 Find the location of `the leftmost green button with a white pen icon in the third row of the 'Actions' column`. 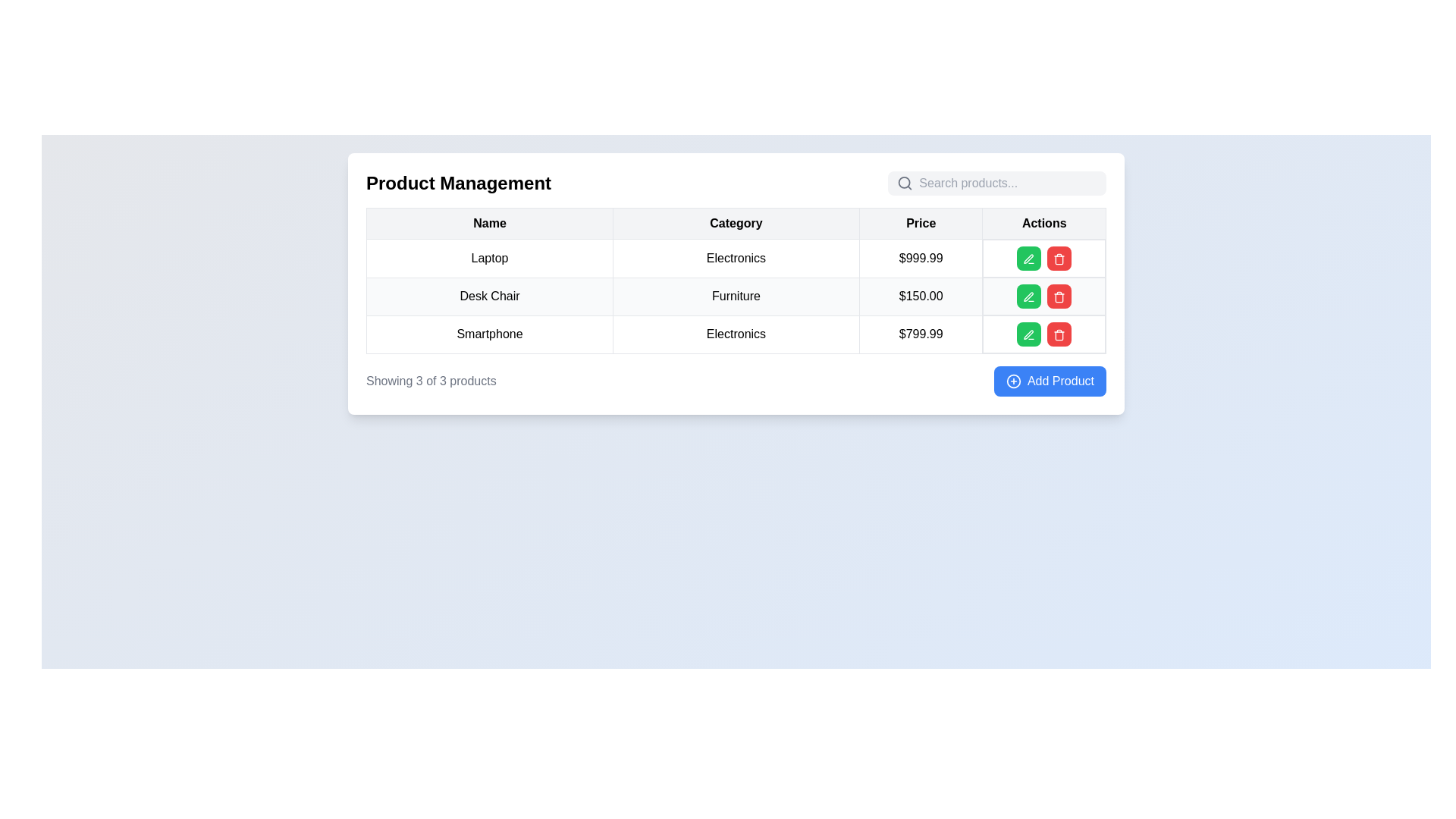

the leftmost green button with a white pen icon in the third row of the 'Actions' column is located at coordinates (1029, 296).